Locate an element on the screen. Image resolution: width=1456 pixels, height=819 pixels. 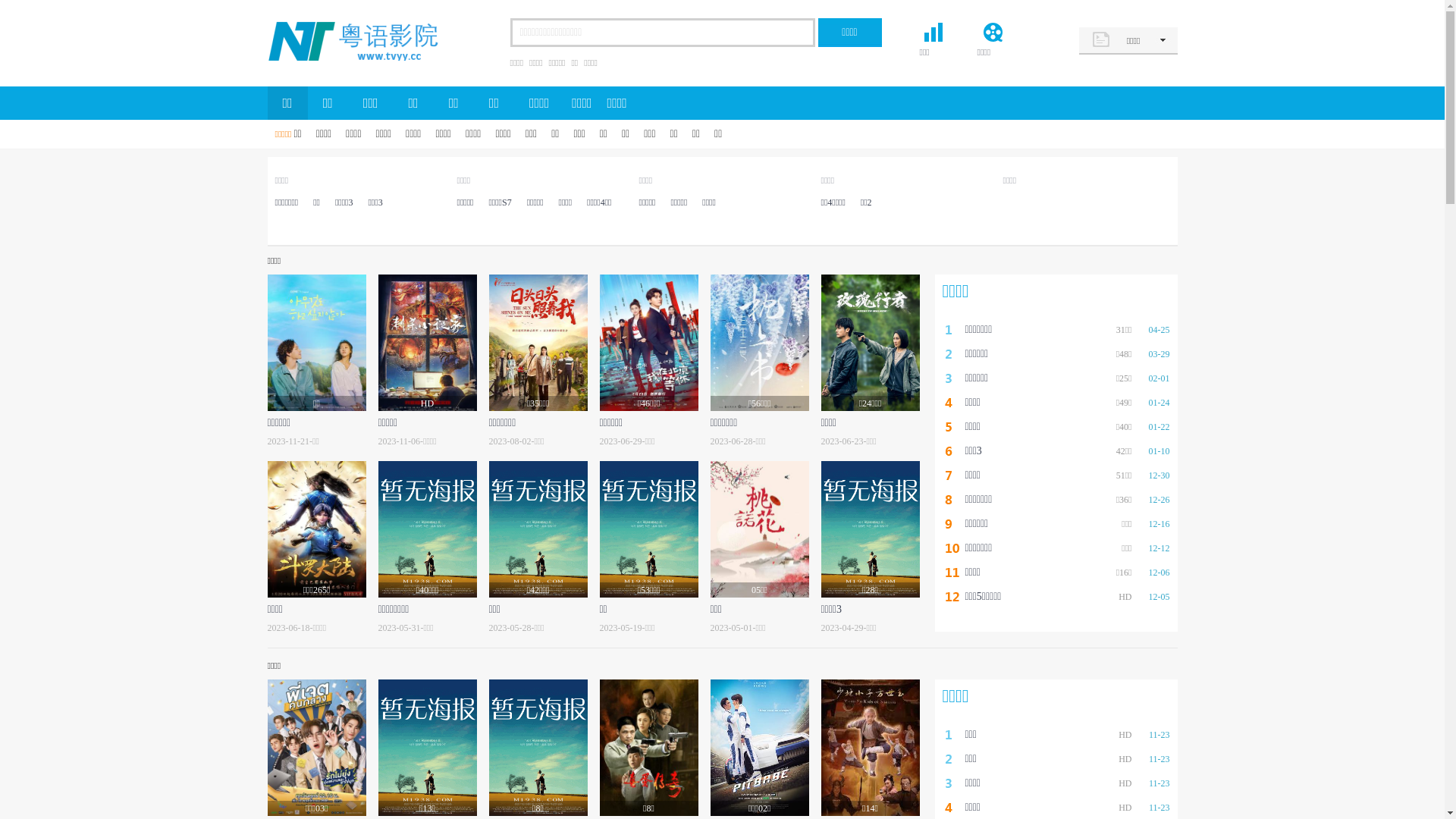
'HD' is located at coordinates (425, 342).